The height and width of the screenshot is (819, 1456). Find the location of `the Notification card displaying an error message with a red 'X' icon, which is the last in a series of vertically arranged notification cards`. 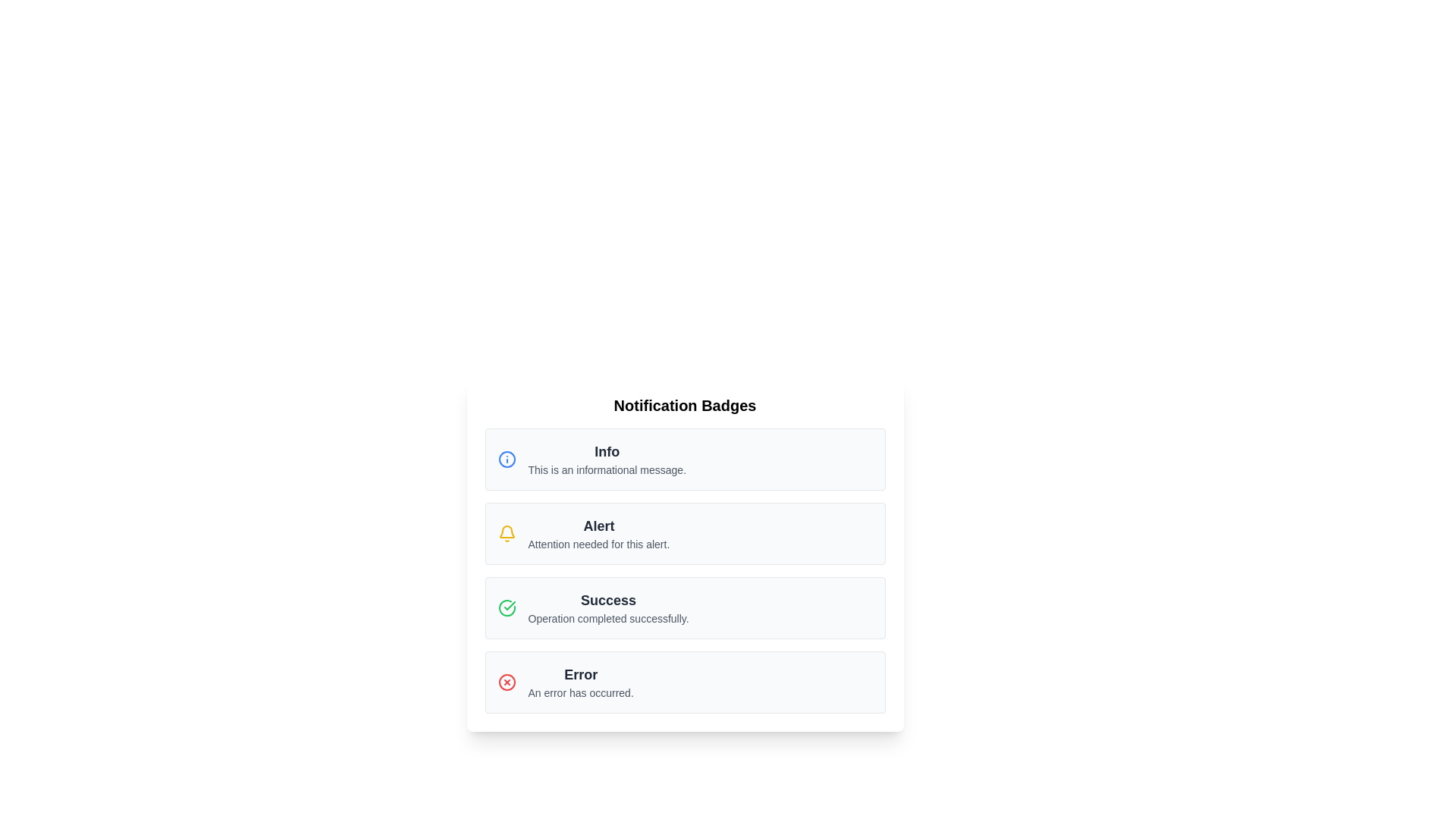

the Notification card displaying an error message with a red 'X' icon, which is the last in a series of vertically arranged notification cards is located at coordinates (684, 681).